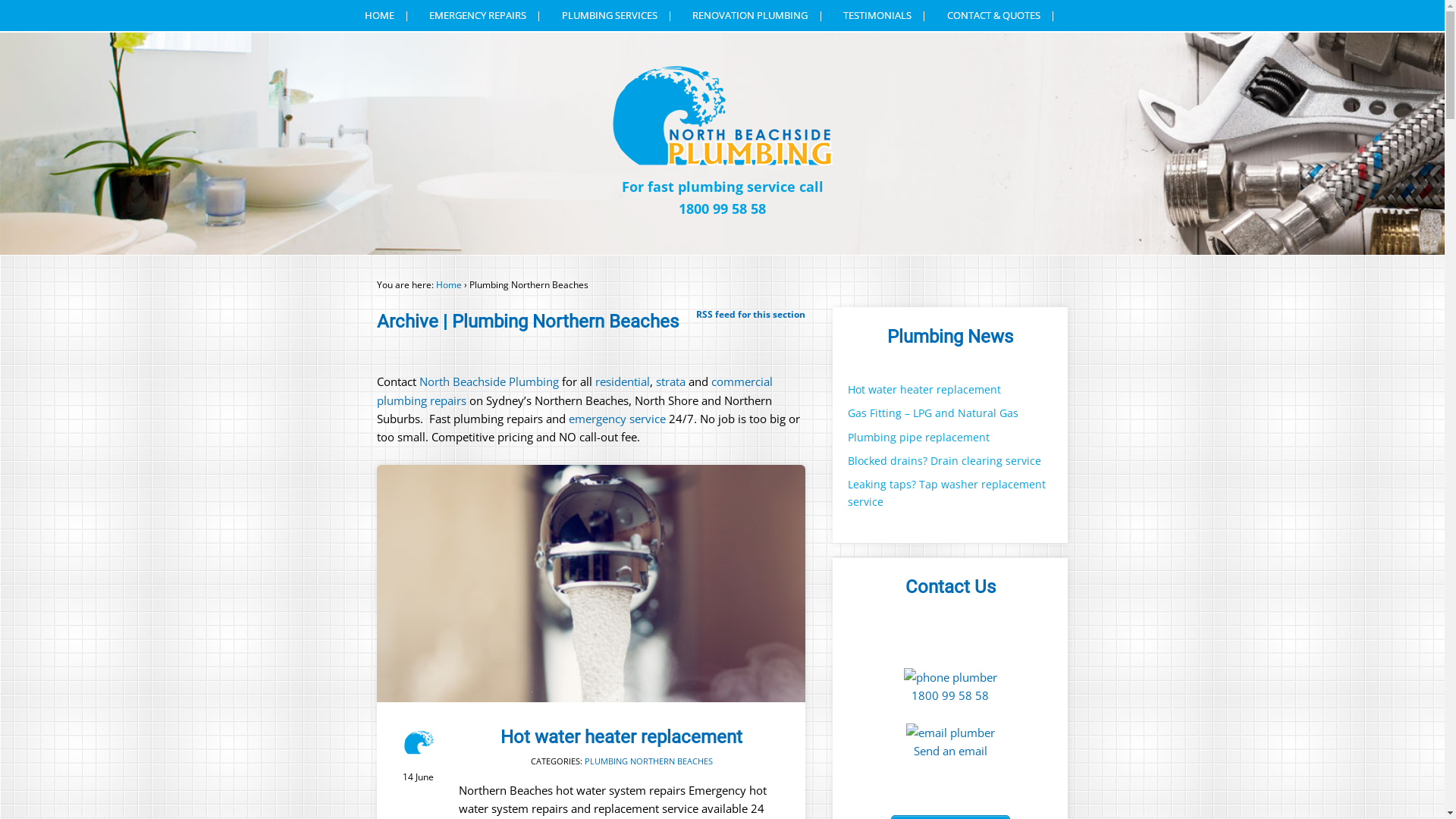  Describe the element at coordinates (615, 418) in the screenshot. I see `'emergency service'` at that location.